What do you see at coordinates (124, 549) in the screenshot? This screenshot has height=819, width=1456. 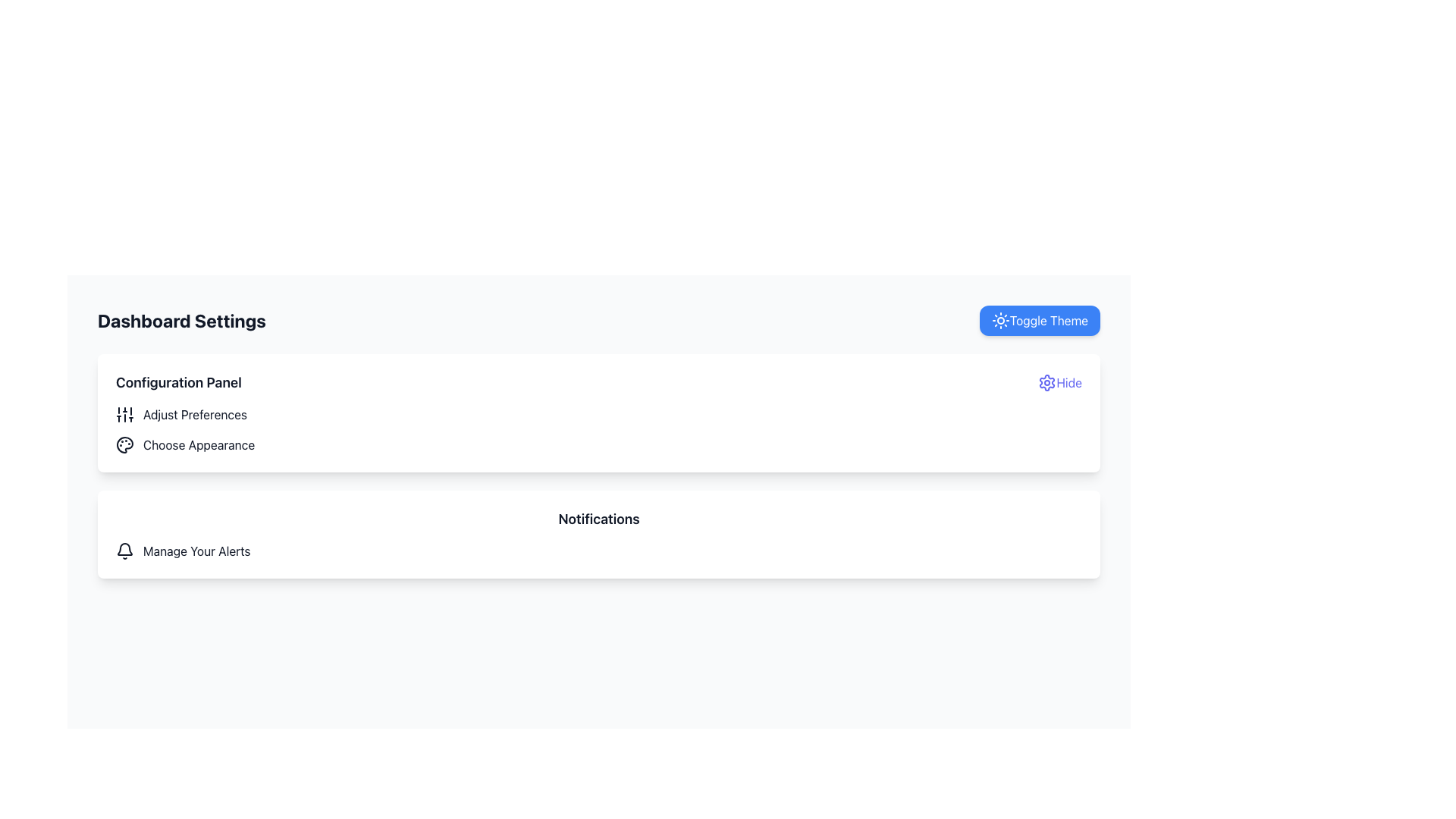 I see `the bottom section of the bell icon located near the top-right corner of the interface` at bounding box center [124, 549].